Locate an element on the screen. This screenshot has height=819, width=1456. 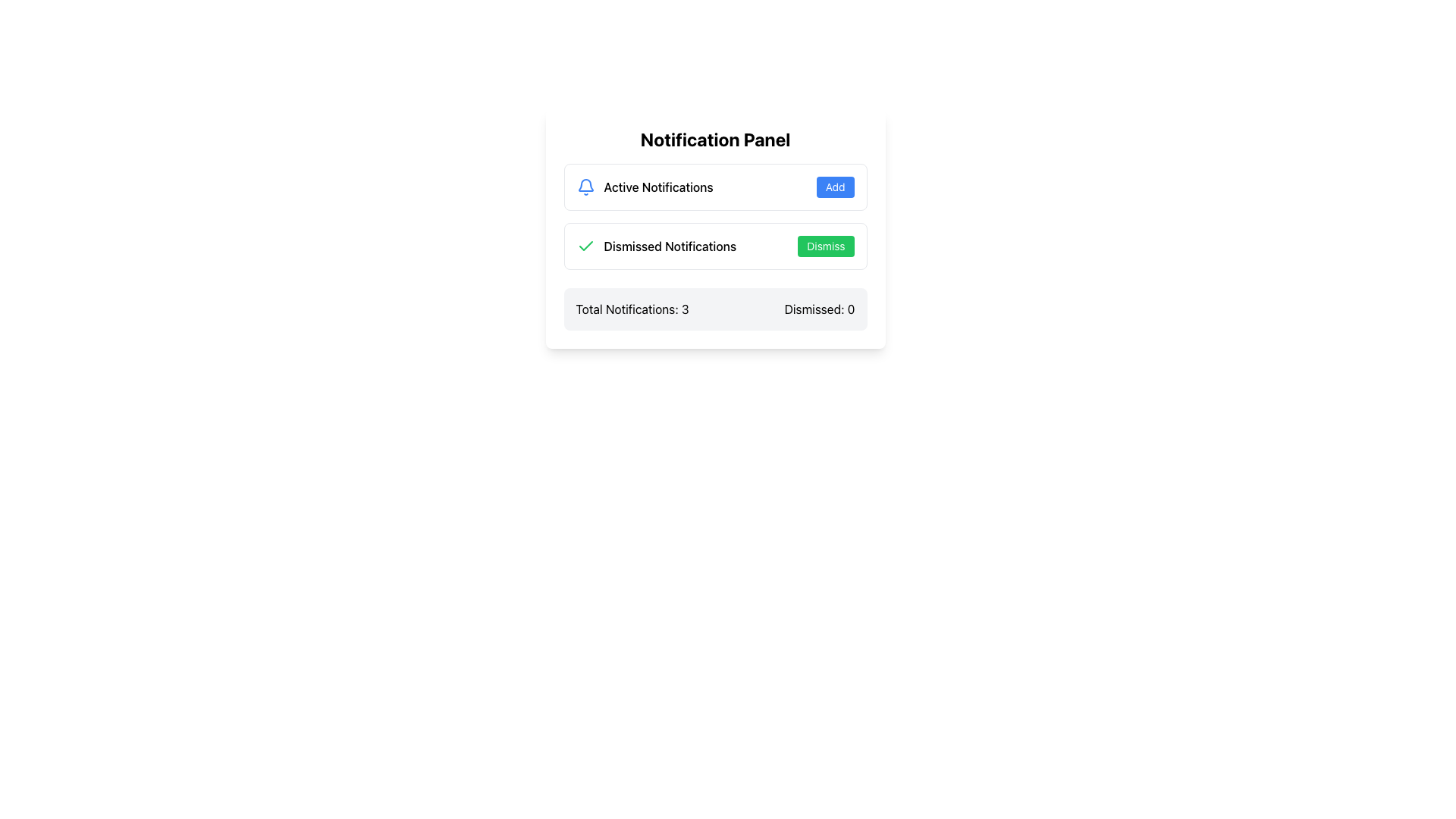
the 'Active Notifications' label with the bell icon, which is located in the upper-left quadrant of the 'Notification Panel' is located at coordinates (645, 186).